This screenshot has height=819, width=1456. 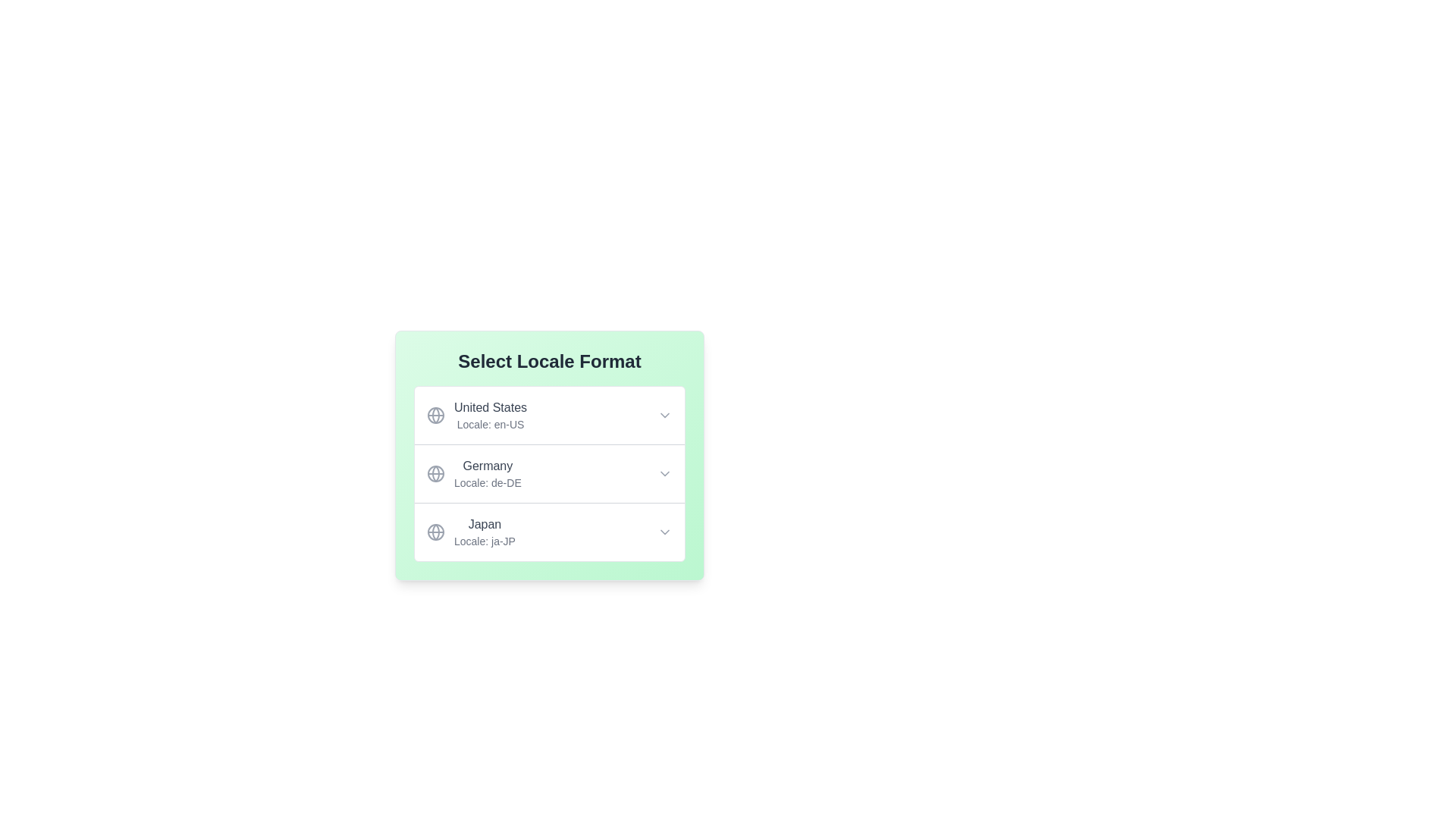 What do you see at coordinates (491, 424) in the screenshot?
I see `the text label displaying locale information for the 'United States', located directly beneath the 'United States' phrase in the list of locale options` at bounding box center [491, 424].